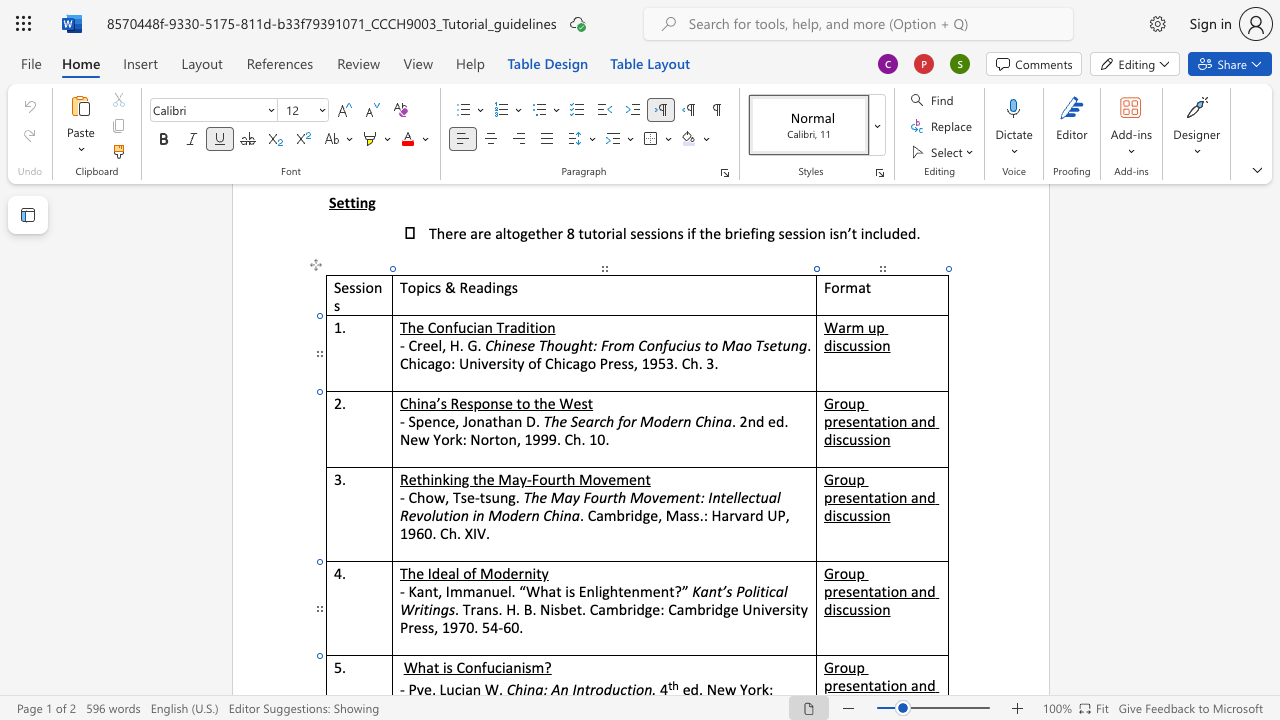 This screenshot has width=1280, height=720. What do you see at coordinates (677, 420) in the screenshot?
I see `the space between the continuous character "e" and "r" in the text` at bounding box center [677, 420].